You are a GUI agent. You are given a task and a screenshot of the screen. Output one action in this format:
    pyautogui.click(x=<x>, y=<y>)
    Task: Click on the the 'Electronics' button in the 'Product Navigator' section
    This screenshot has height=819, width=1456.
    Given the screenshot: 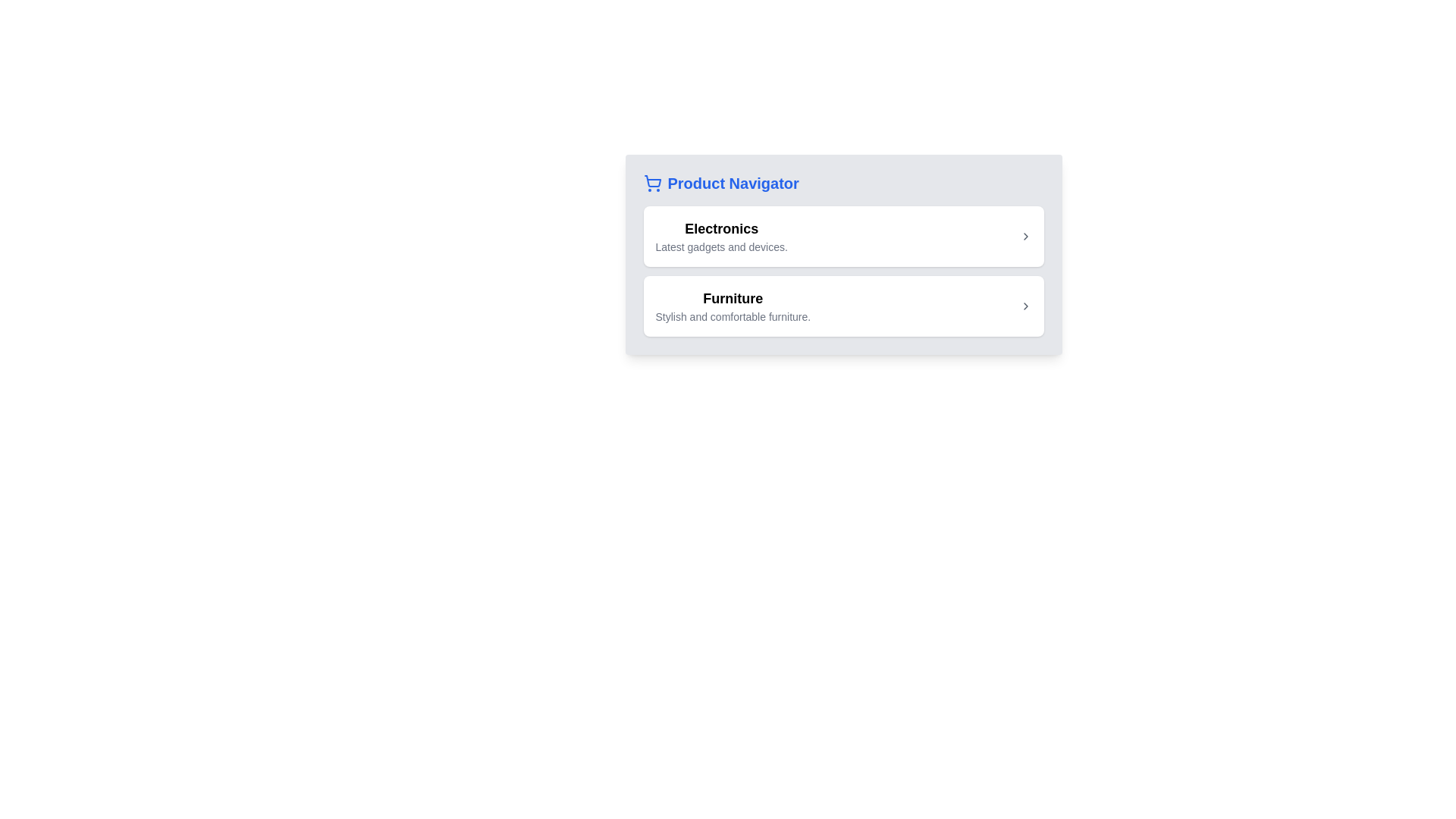 What is the action you would take?
    pyautogui.click(x=843, y=237)
    